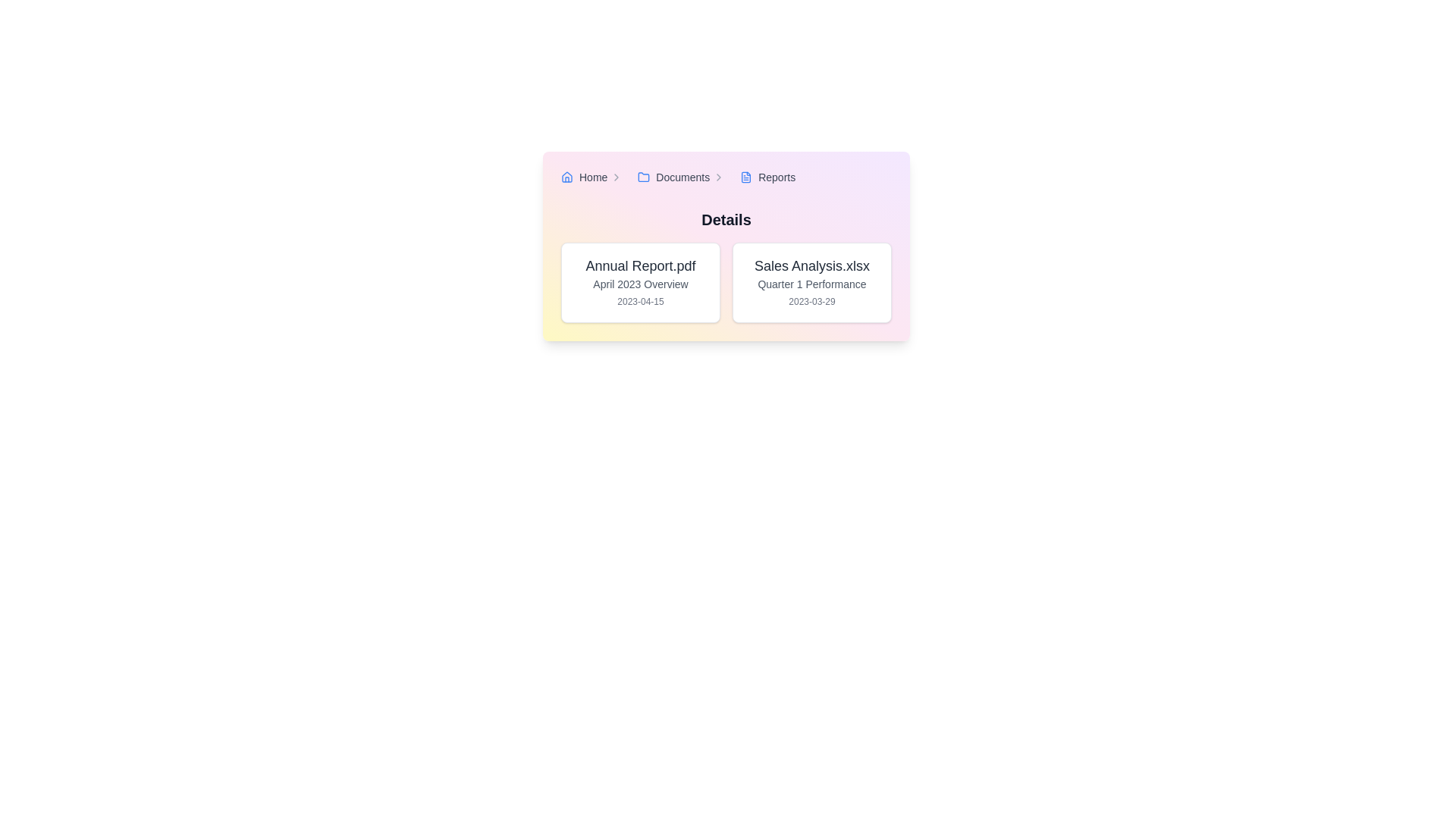 Image resolution: width=1456 pixels, height=819 pixels. Describe the element at coordinates (592, 177) in the screenshot. I see `the first breadcrumb navigation link` at that location.